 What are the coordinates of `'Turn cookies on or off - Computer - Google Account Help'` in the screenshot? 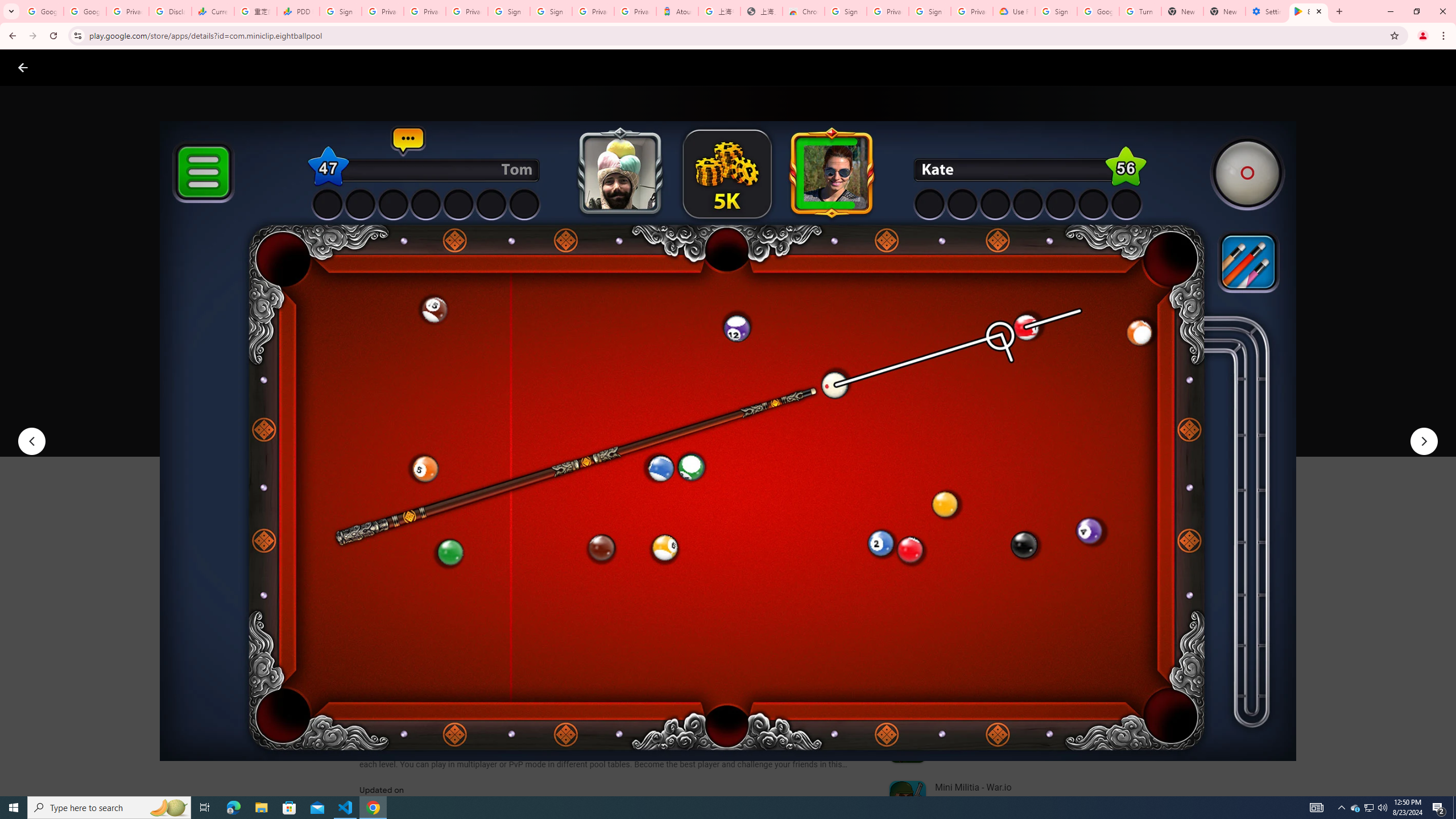 It's located at (1139, 11).